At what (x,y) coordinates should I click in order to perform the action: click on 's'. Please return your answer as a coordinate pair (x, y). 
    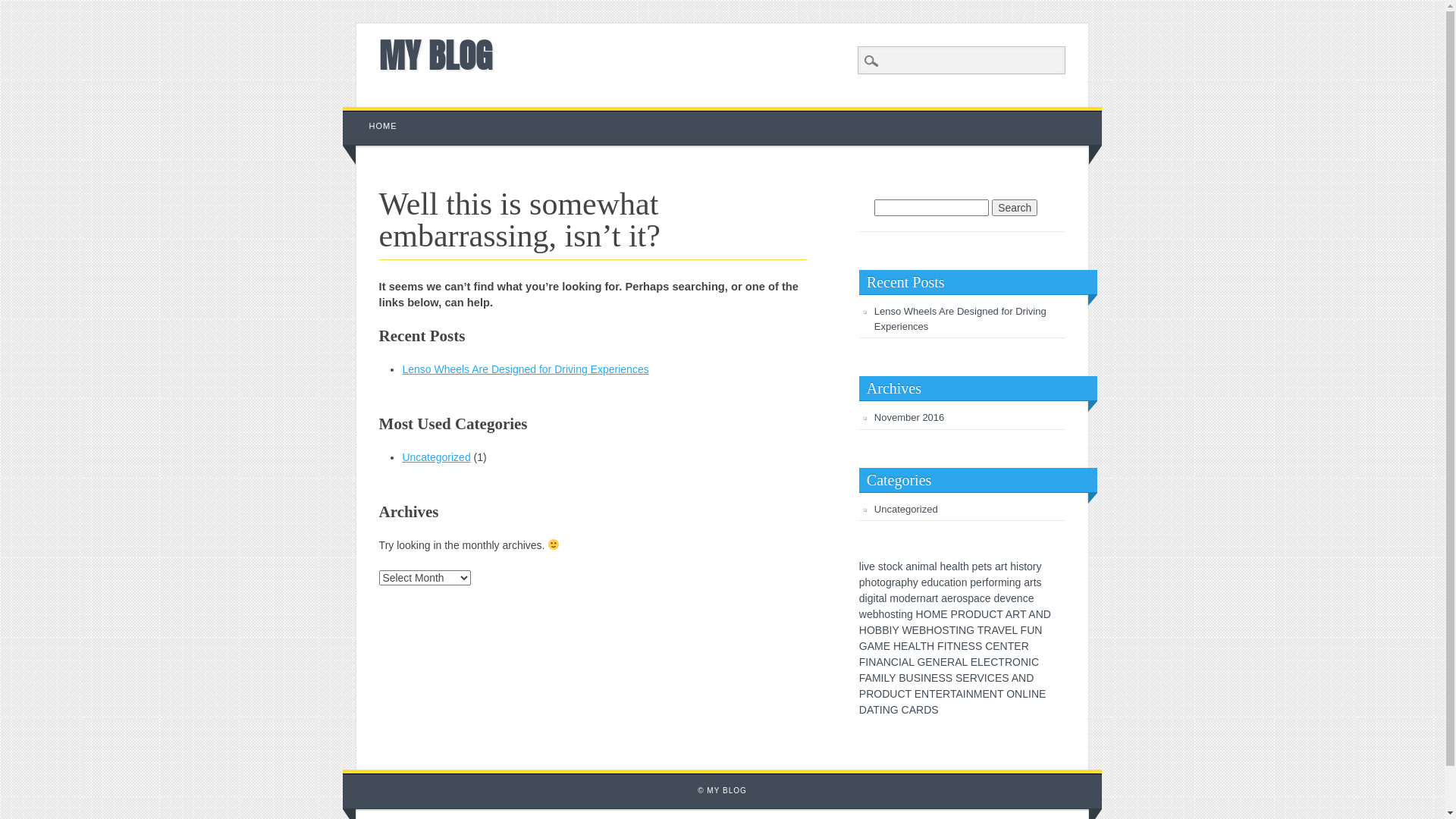
    Looking at the image, I should click on (989, 566).